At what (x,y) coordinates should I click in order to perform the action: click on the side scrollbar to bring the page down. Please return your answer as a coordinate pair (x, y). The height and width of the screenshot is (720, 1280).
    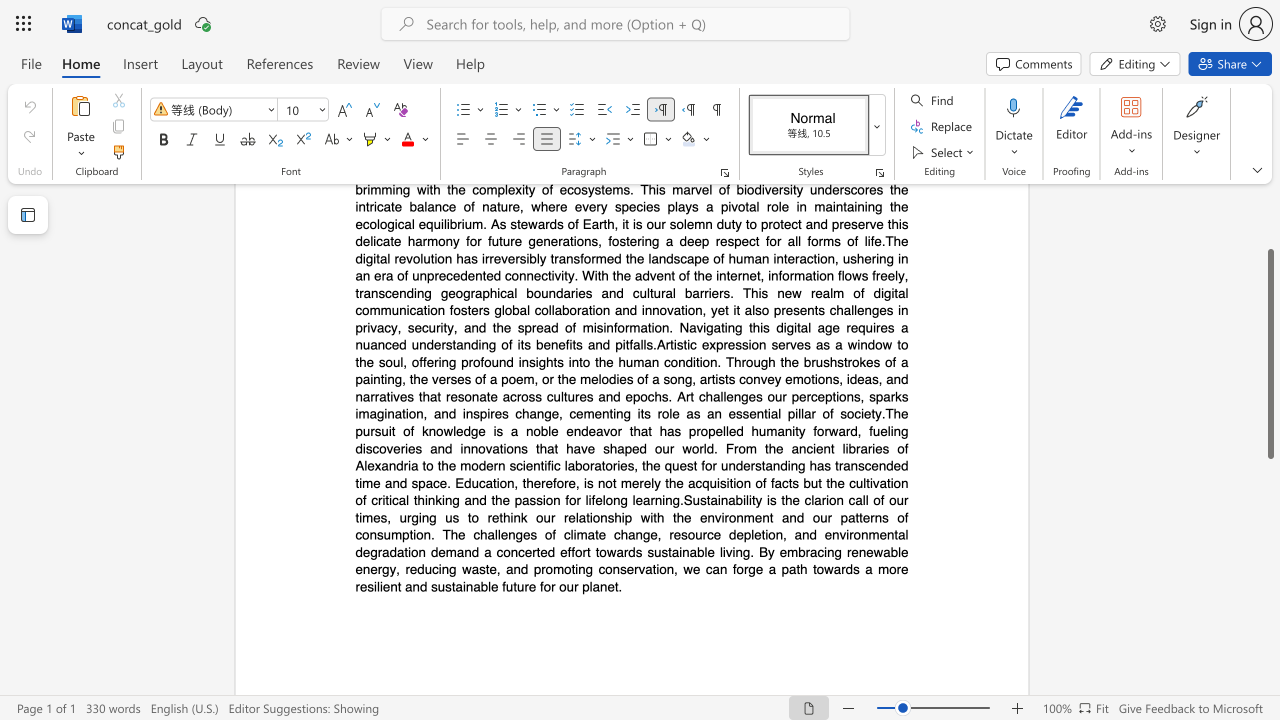
    Looking at the image, I should click on (1269, 630).